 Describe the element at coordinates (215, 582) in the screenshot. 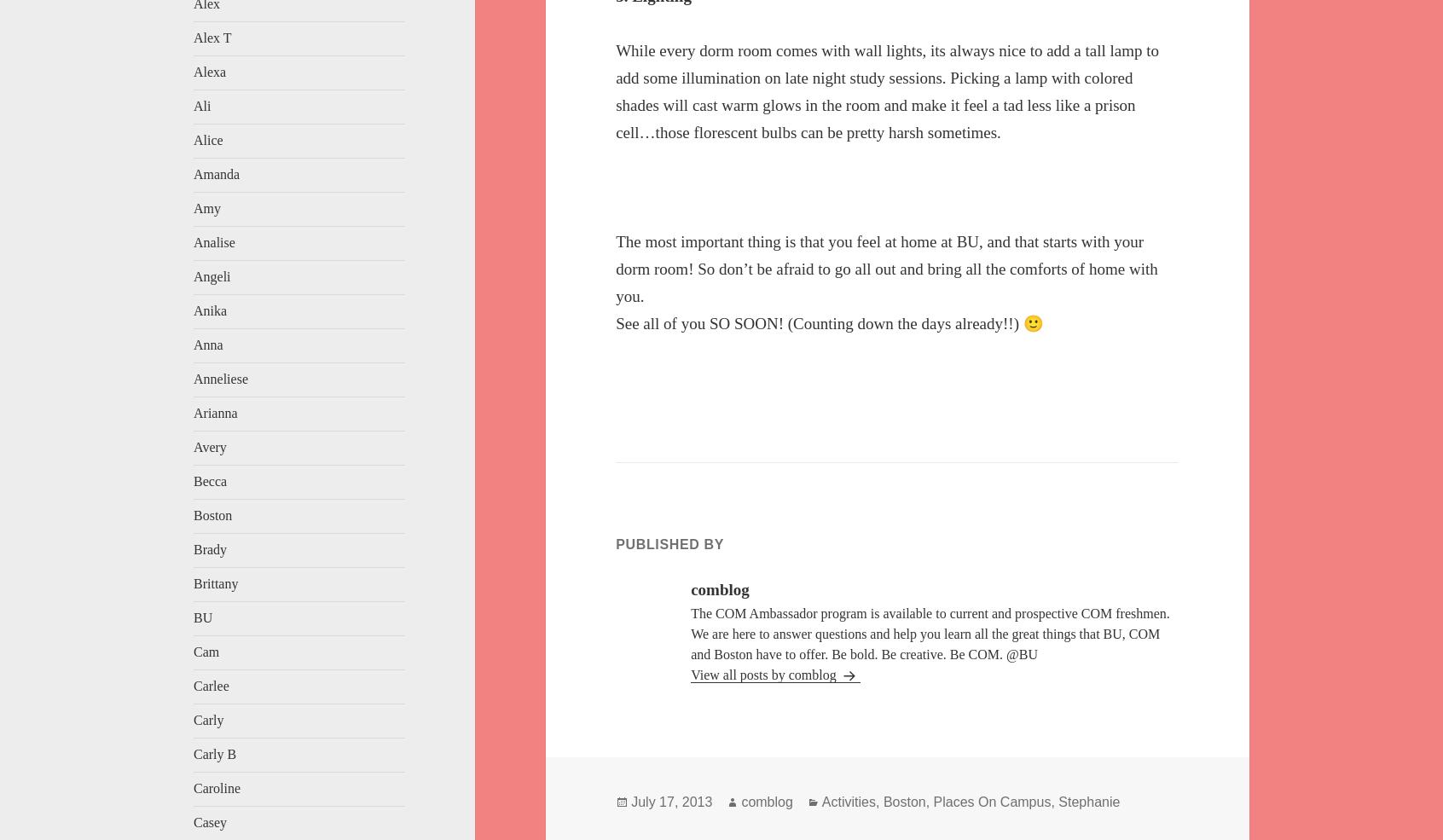

I see `'Brittany'` at that location.